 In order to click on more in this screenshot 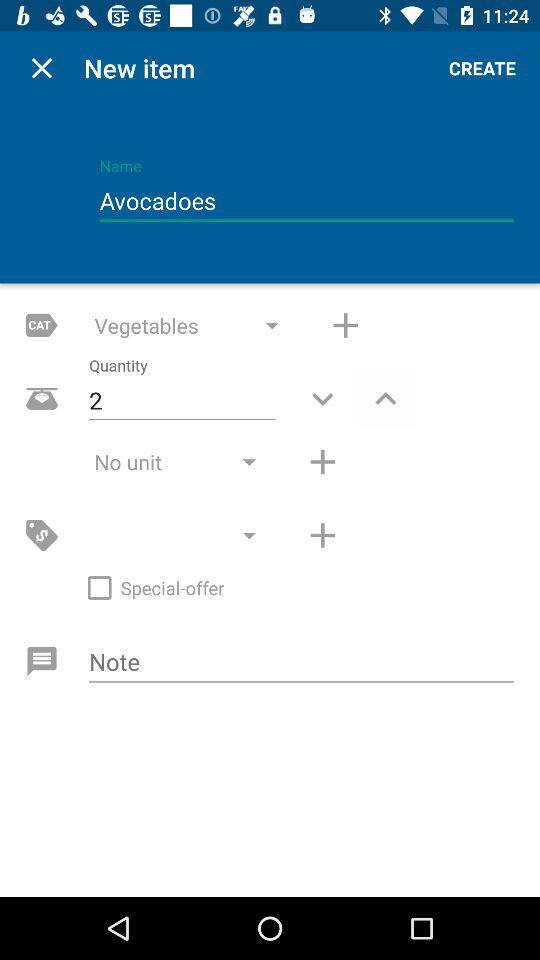, I will do `click(322, 534)`.